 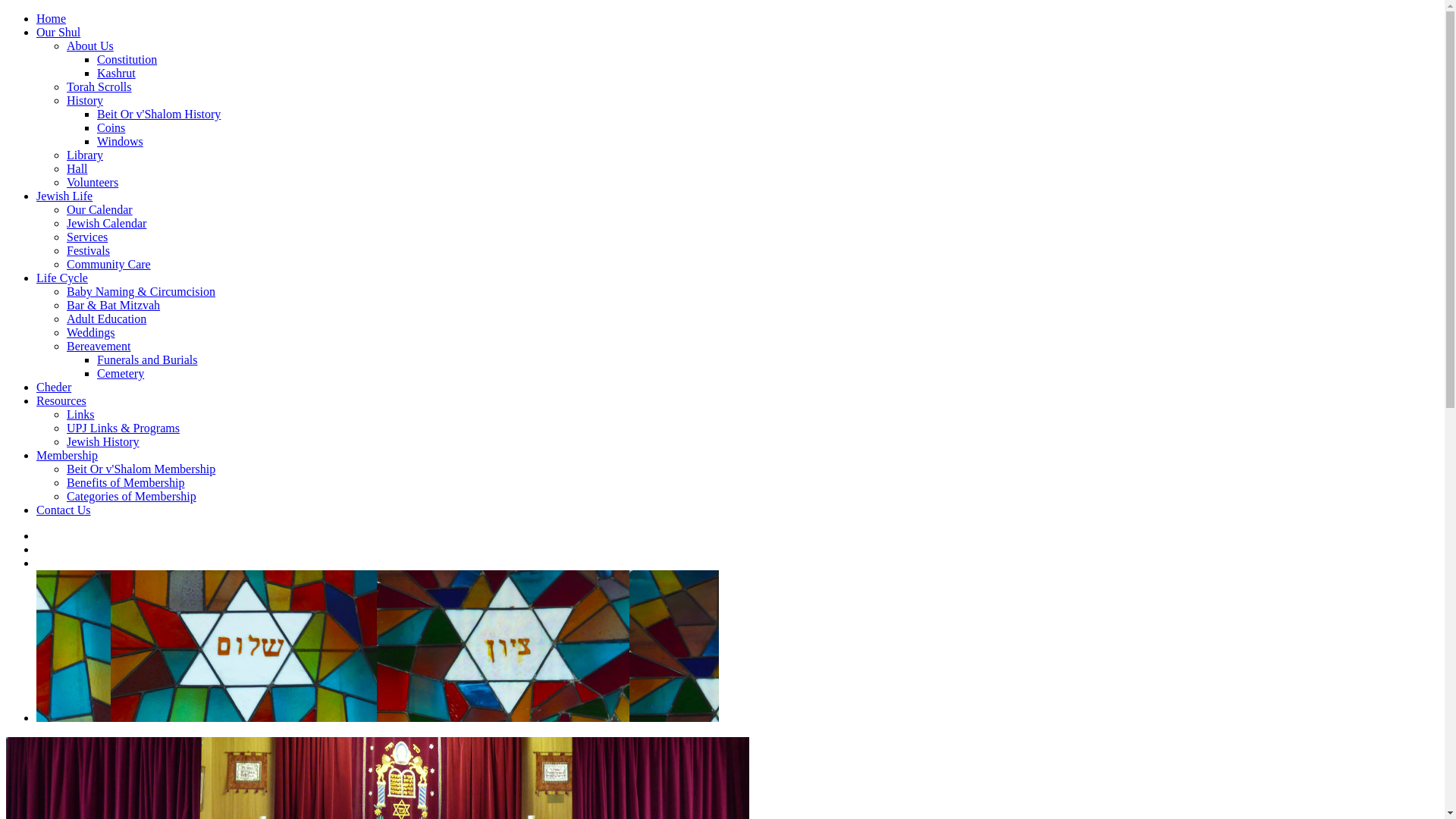 What do you see at coordinates (65, 181) in the screenshot?
I see `'Volunteers'` at bounding box center [65, 181].